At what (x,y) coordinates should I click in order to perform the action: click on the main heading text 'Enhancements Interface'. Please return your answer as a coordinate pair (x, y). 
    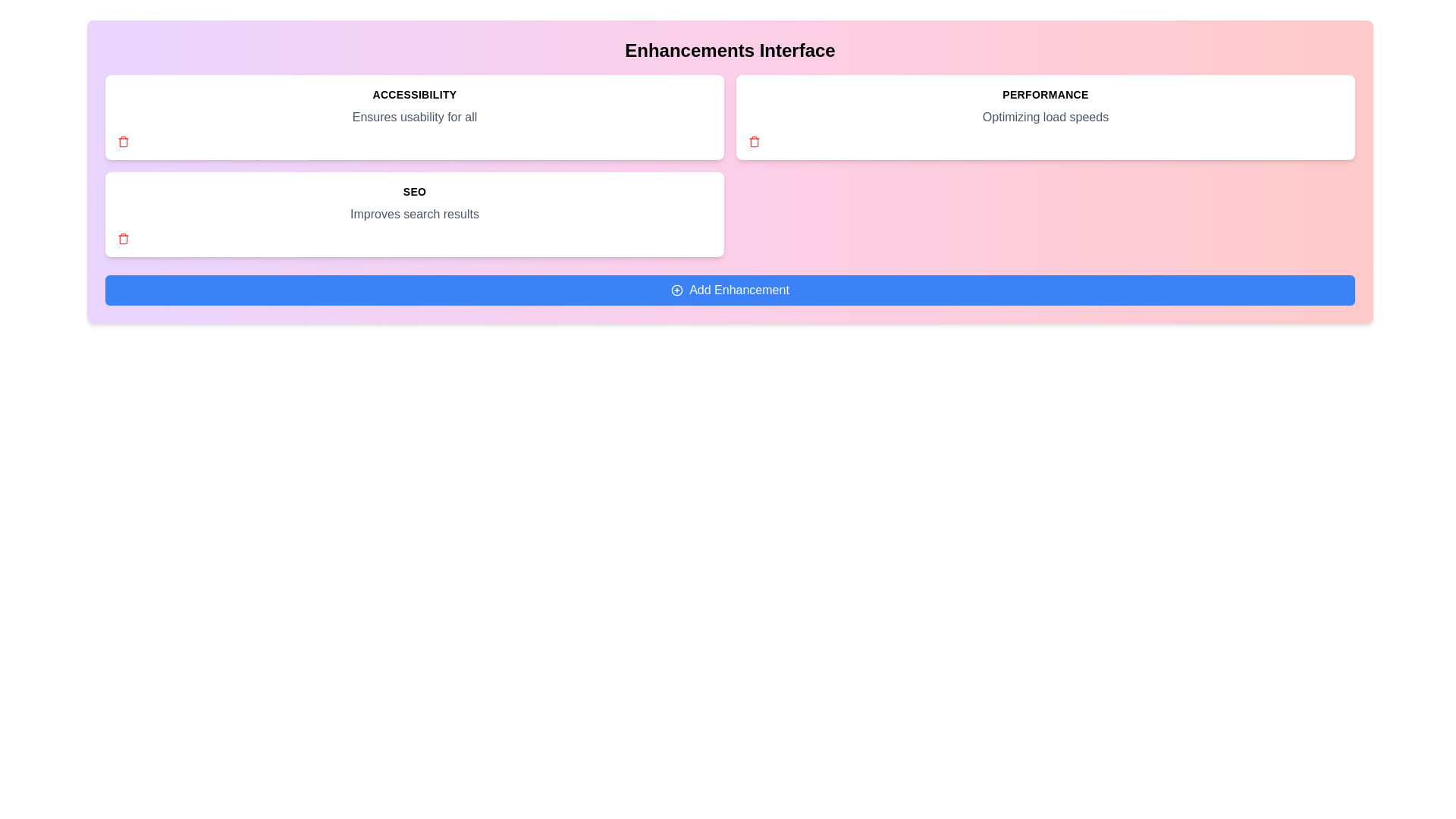
    Looking at the image, I should click on (730, 49).